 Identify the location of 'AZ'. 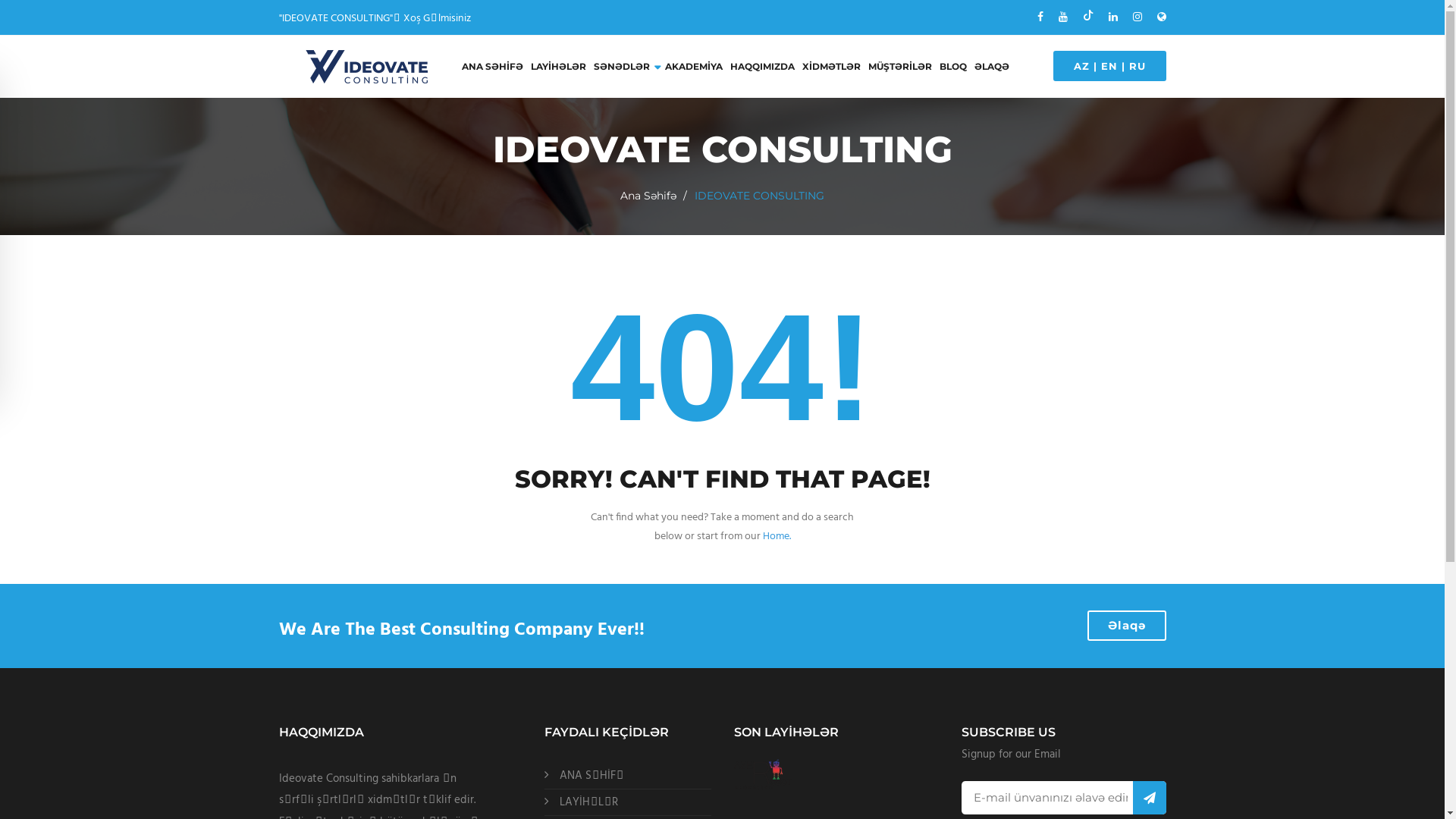
(1081, 65).